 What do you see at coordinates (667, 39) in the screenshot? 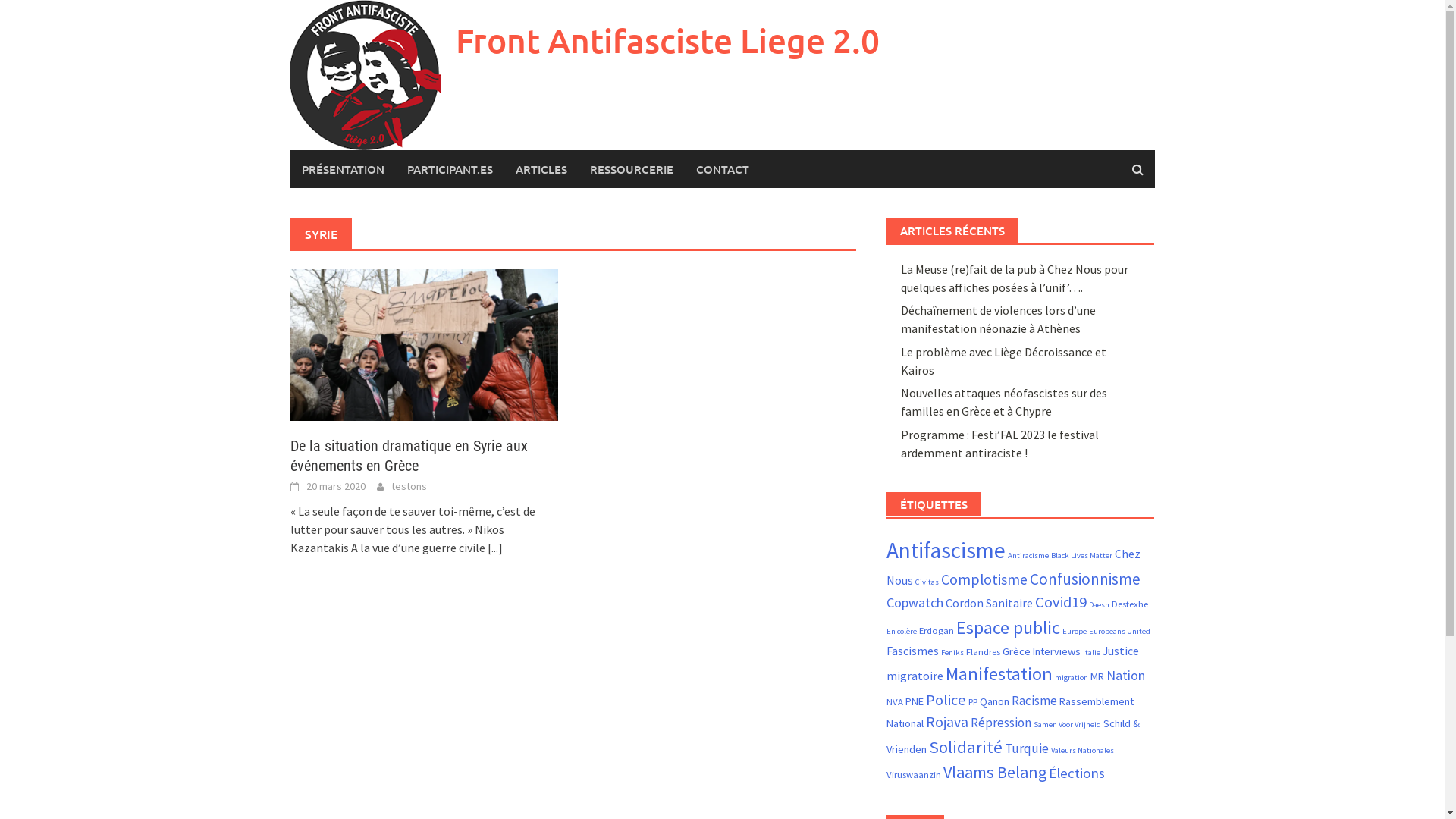
I see `'Front Antifasciste Liege 2.0'` at bounding box center [667, 39].